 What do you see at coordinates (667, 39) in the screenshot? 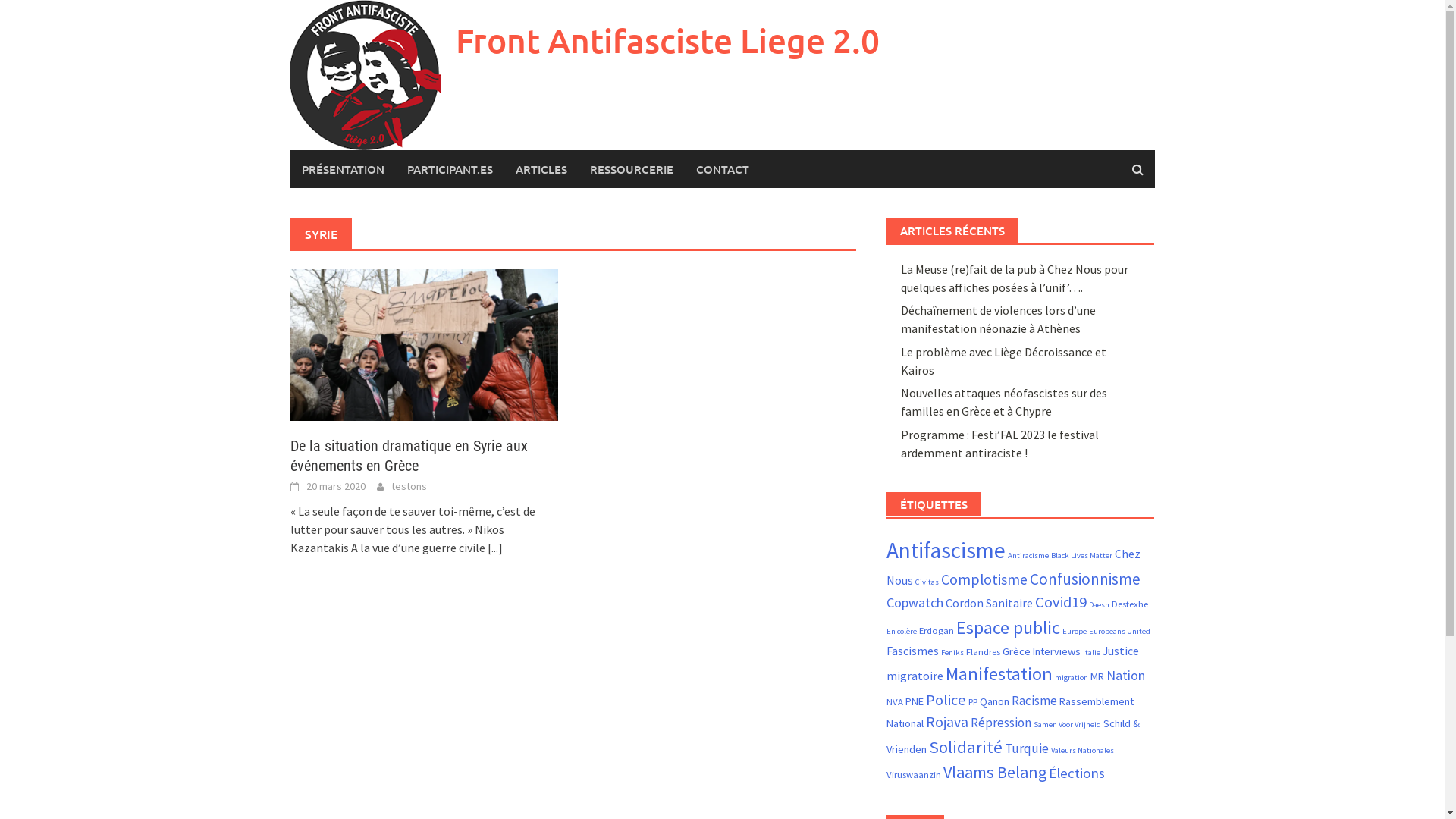
I see `'Front Antifasciste Liege 2.0'` at bounding box center [667, 39].